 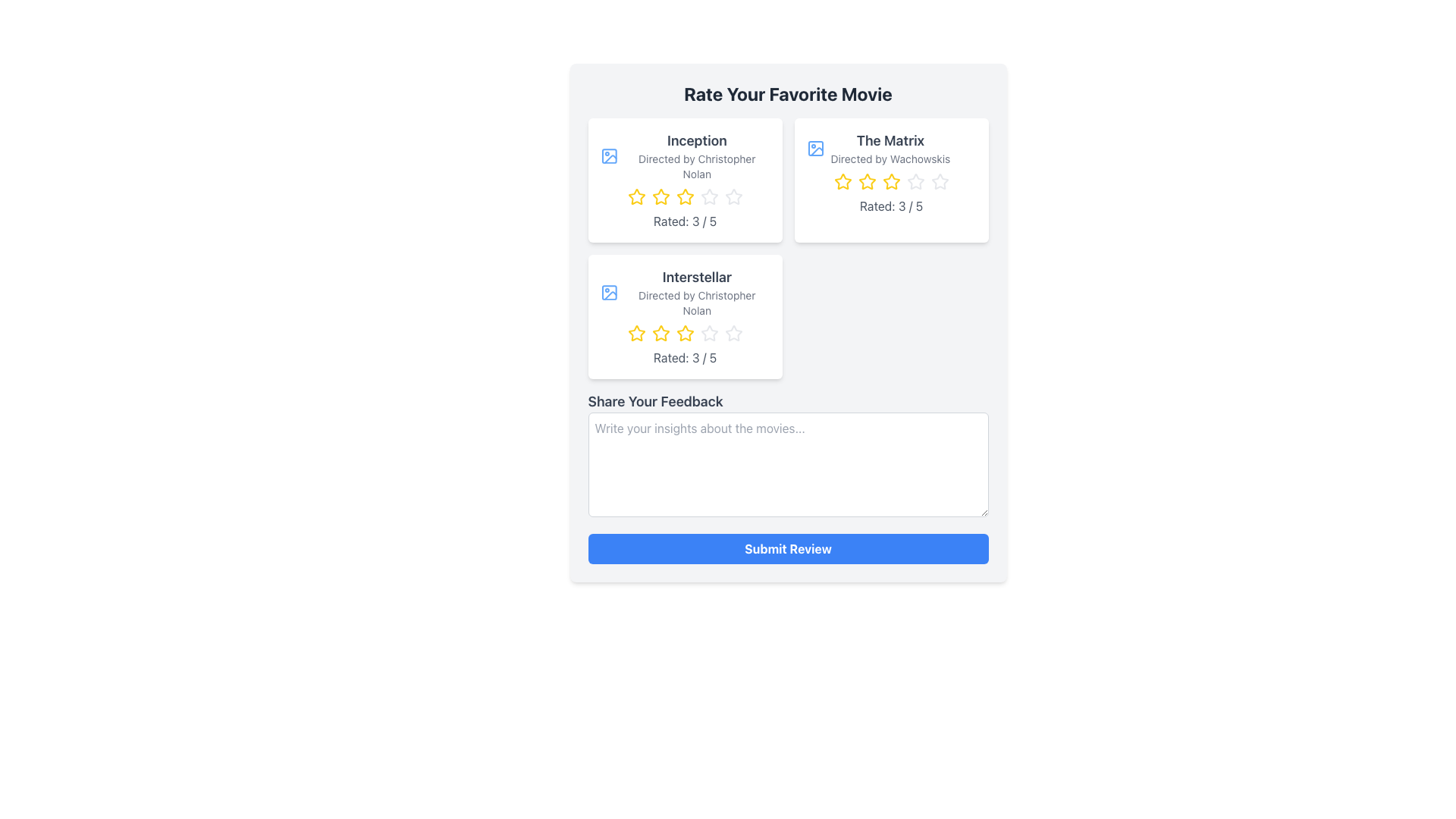 I want to click on the fourth rating star of the 'Interstellar' card, so click(x=708, y=332).